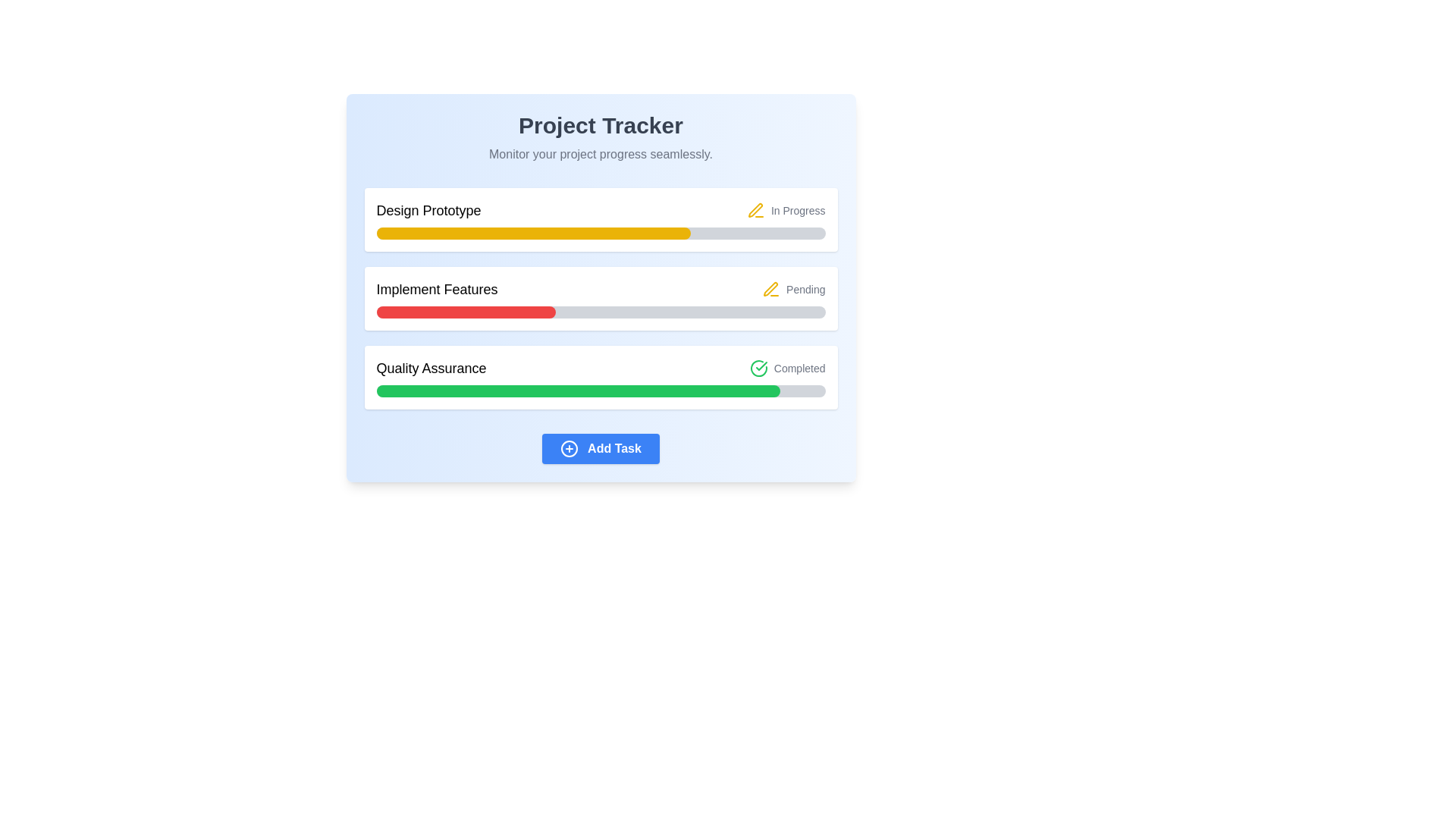 This screenshot has height=819, width=1456. Describe the element at coordinates (770, 289) in the screenshot. I see `the progress status icon indicating 'In Progress' for the 'Design Prototype' task, located next to the yellow progress bar` at that location.